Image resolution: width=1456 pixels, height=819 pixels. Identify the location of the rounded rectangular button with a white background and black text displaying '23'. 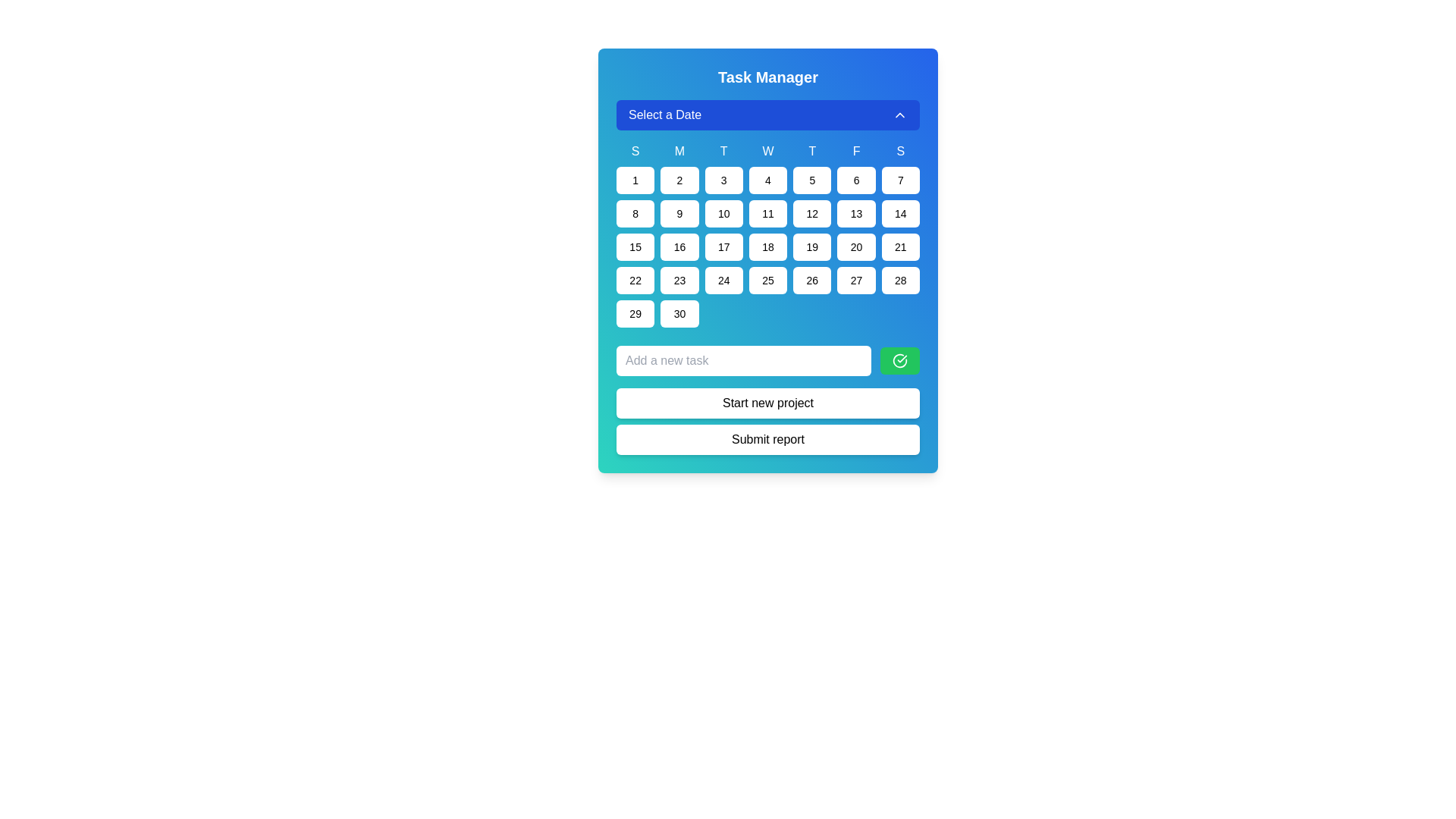
(679, 281).